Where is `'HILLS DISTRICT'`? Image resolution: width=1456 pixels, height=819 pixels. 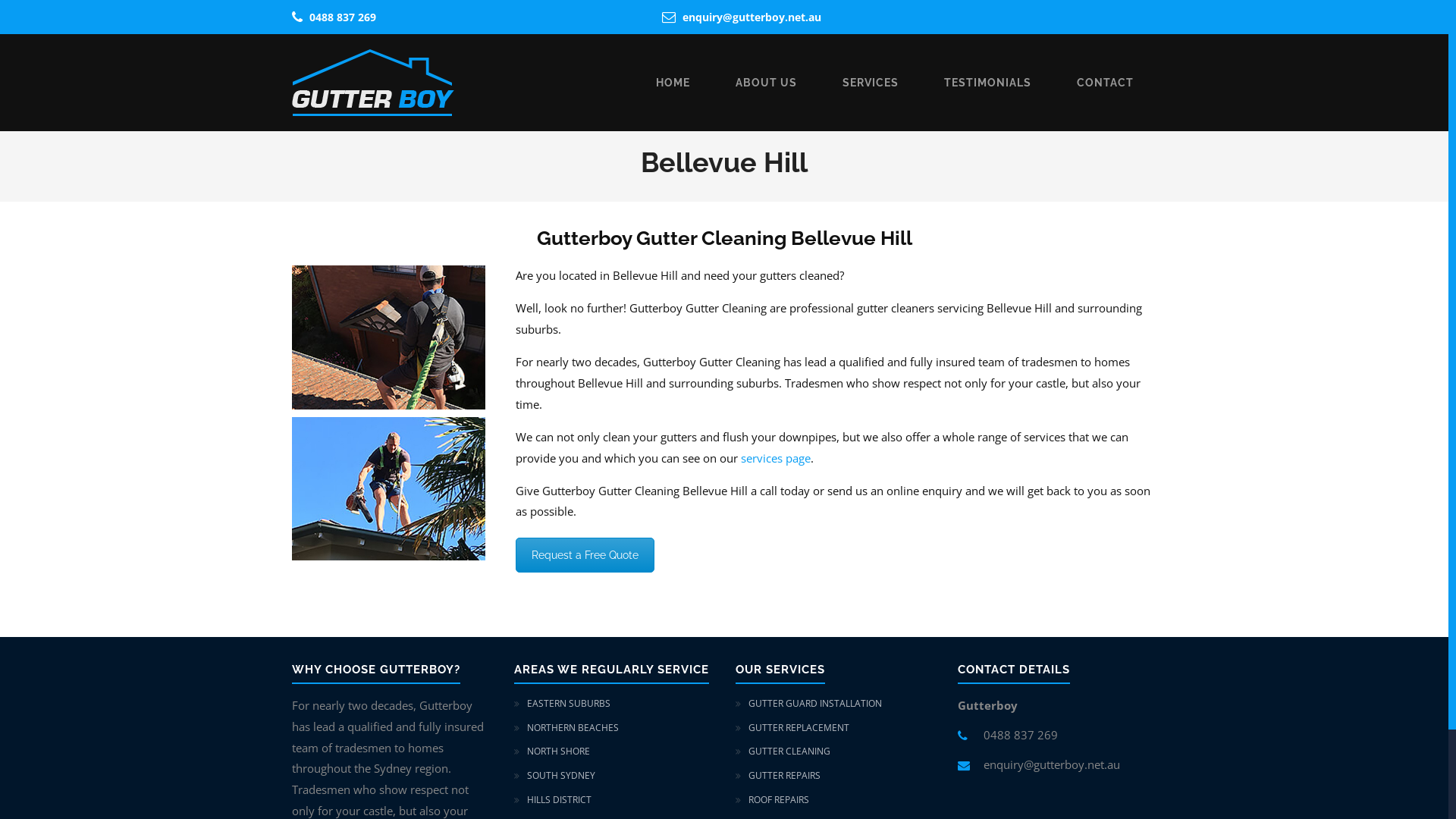
'HILLS DISTRICT' is located at coordinates (557, 799).